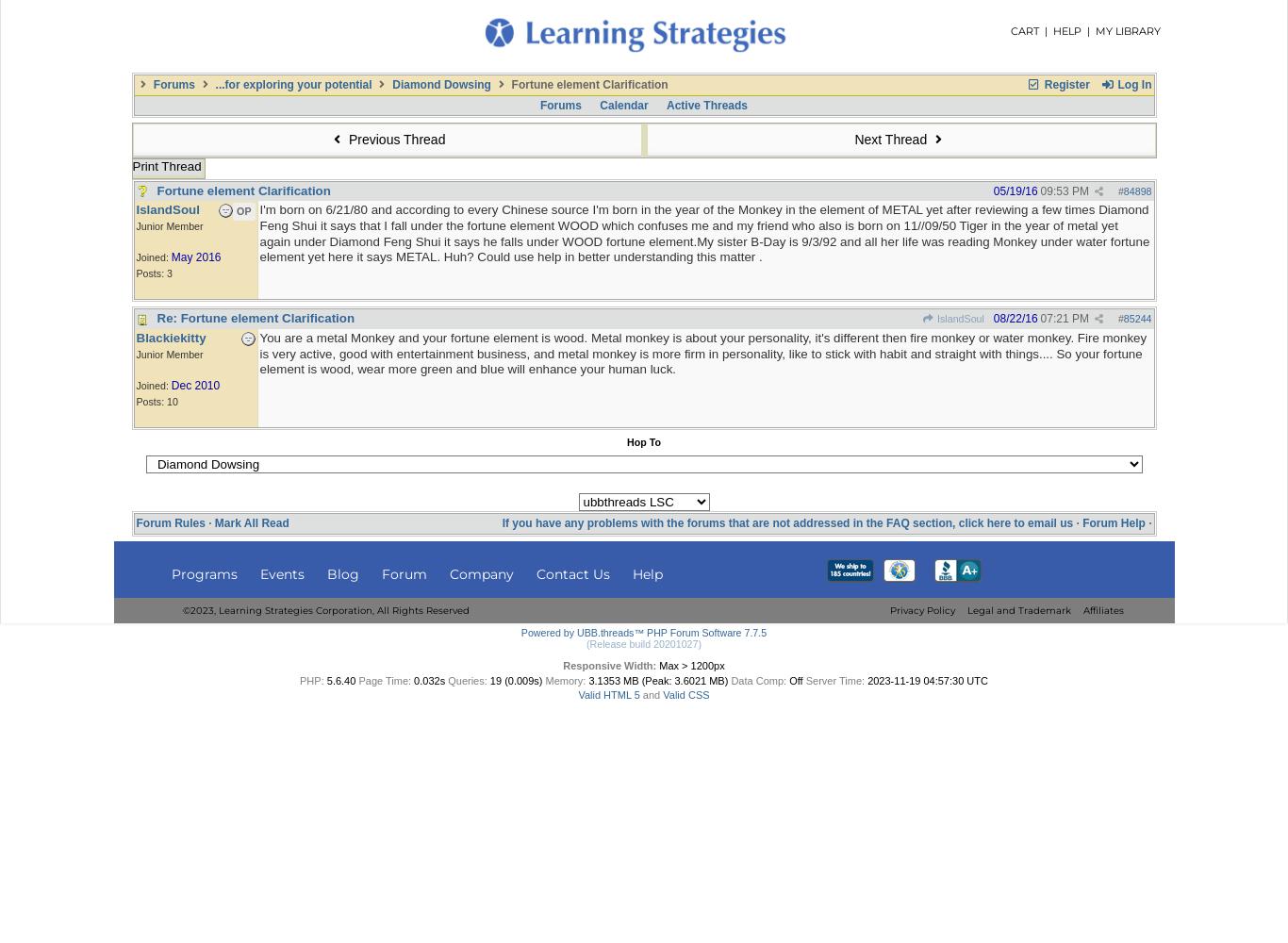 This screenshot has width=1288, height=943. I want to click on 'If you have any problems with the forums that are not addressed in the FAQ section, click here to email us', so click(786, 523).